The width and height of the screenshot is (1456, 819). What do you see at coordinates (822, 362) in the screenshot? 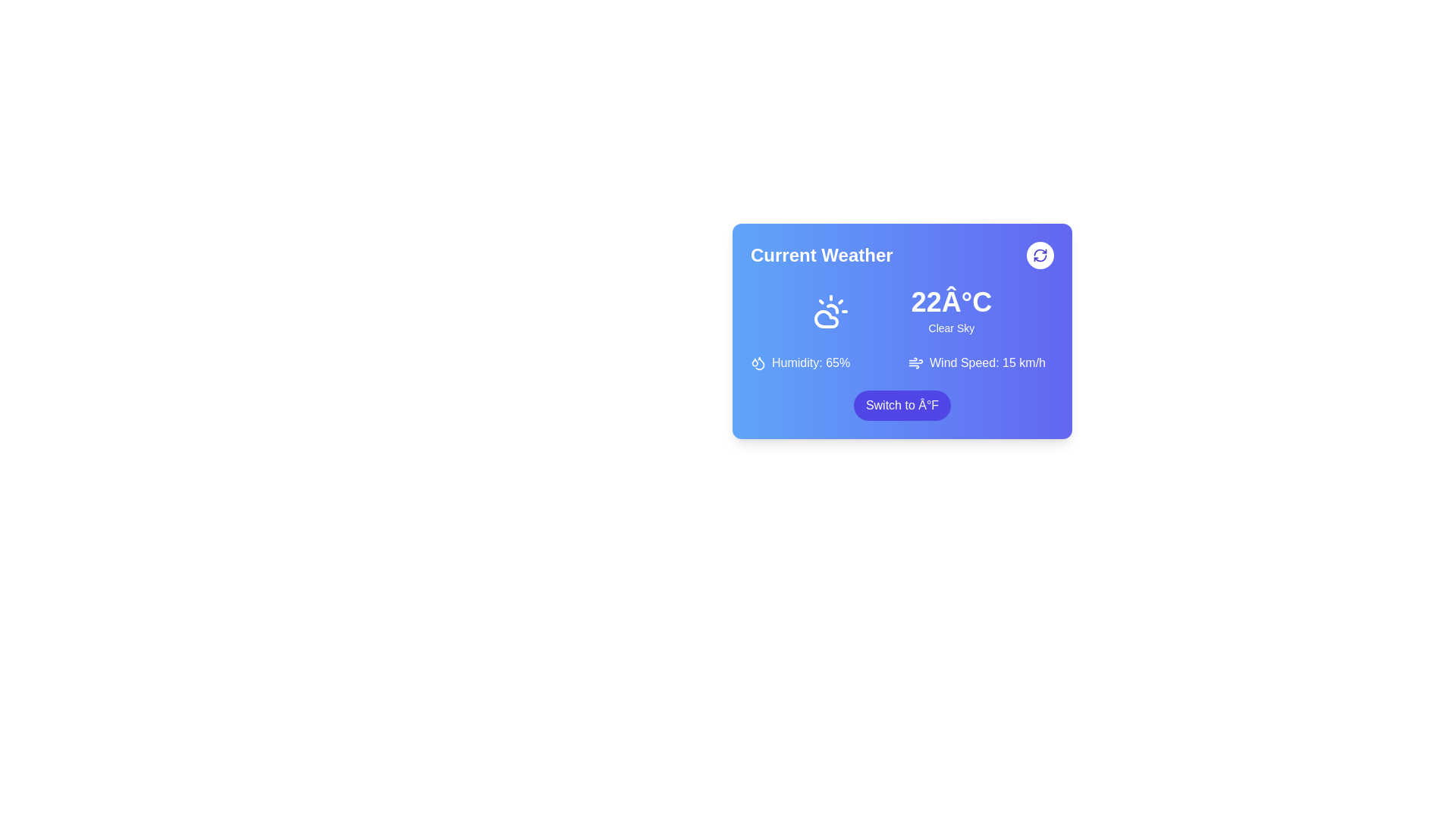
I see `the Text with Icon that displays the current humidity level in the weather widget, located in the left section of a two-column layout` at bounding box center [822, 362].